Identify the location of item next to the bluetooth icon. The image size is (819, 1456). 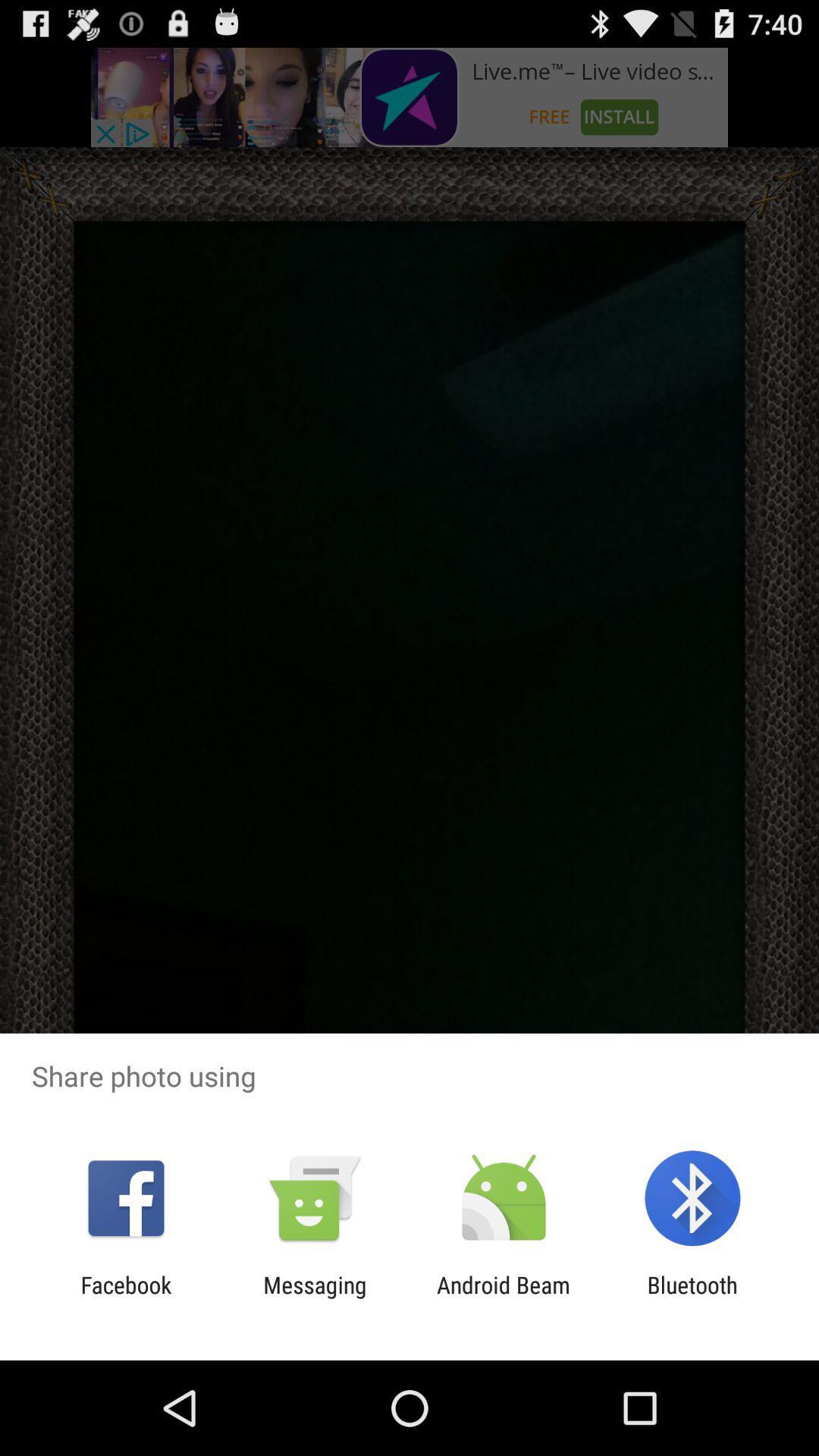
(504, 1298).